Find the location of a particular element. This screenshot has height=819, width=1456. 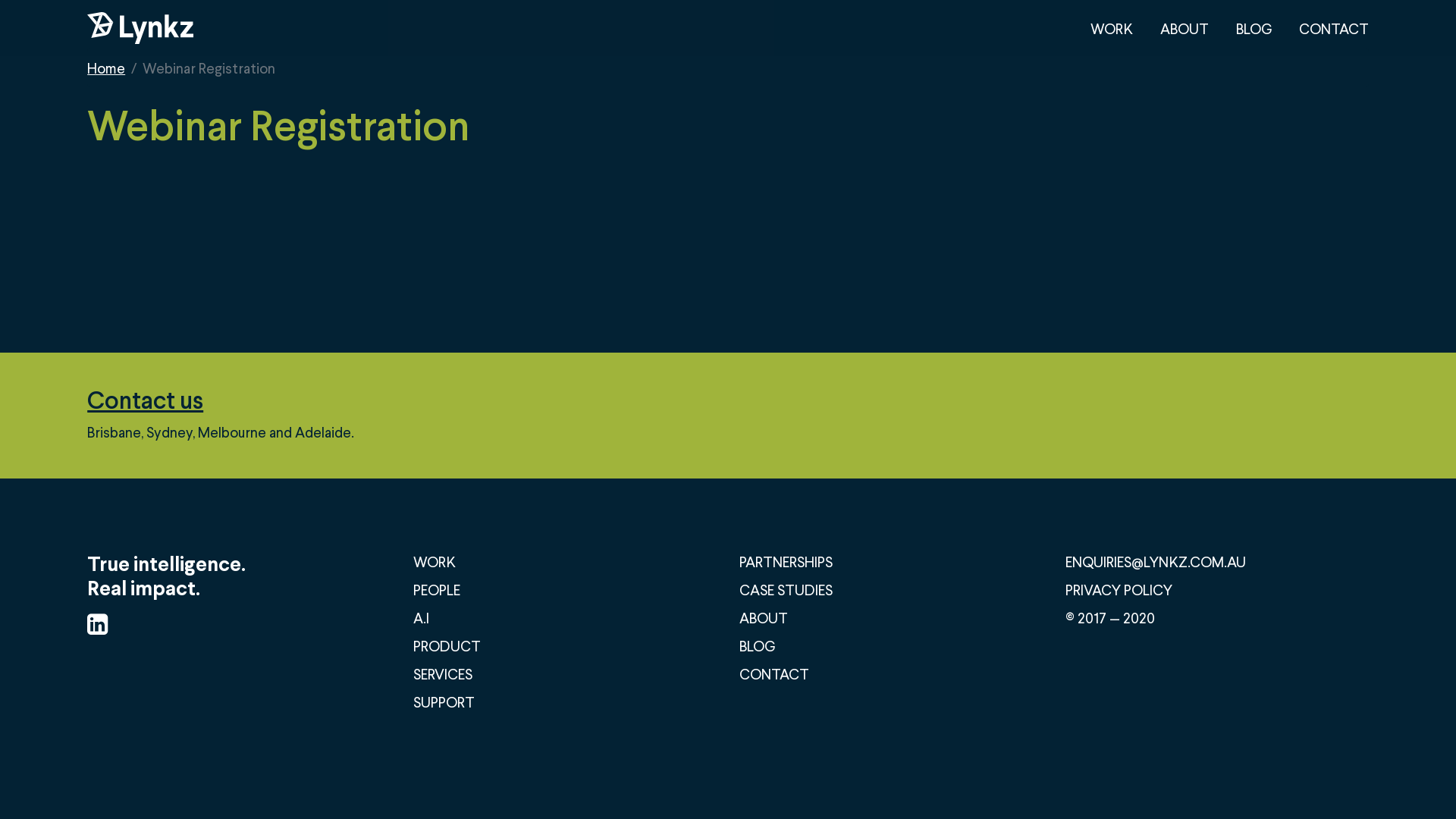

'SUPPORT' is located at coordinates (443, 701).